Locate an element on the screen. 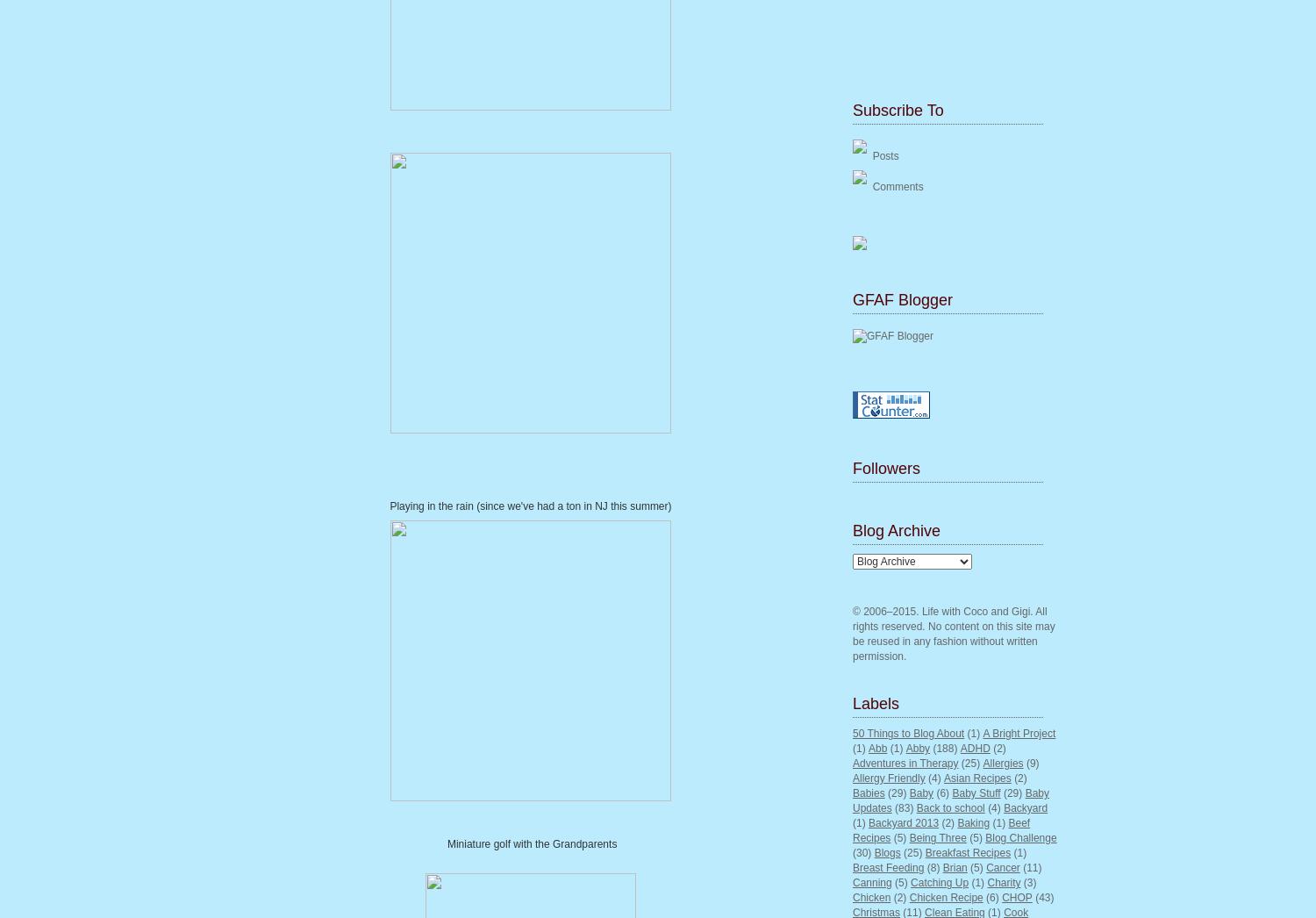  'Babies' is located at coordinates (852, 792).